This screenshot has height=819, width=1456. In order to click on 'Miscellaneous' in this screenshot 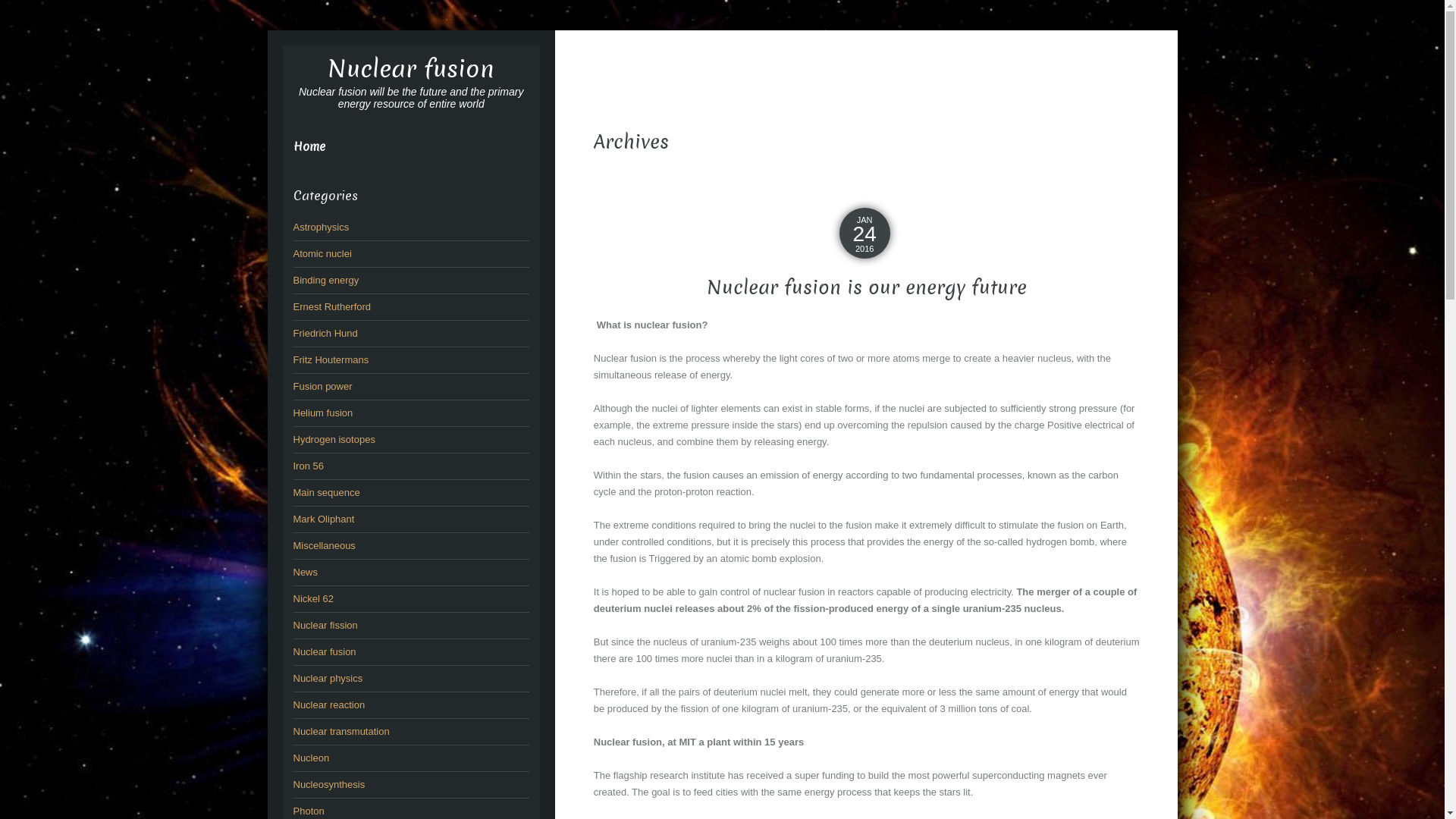, I will do `click(323, 544)`.